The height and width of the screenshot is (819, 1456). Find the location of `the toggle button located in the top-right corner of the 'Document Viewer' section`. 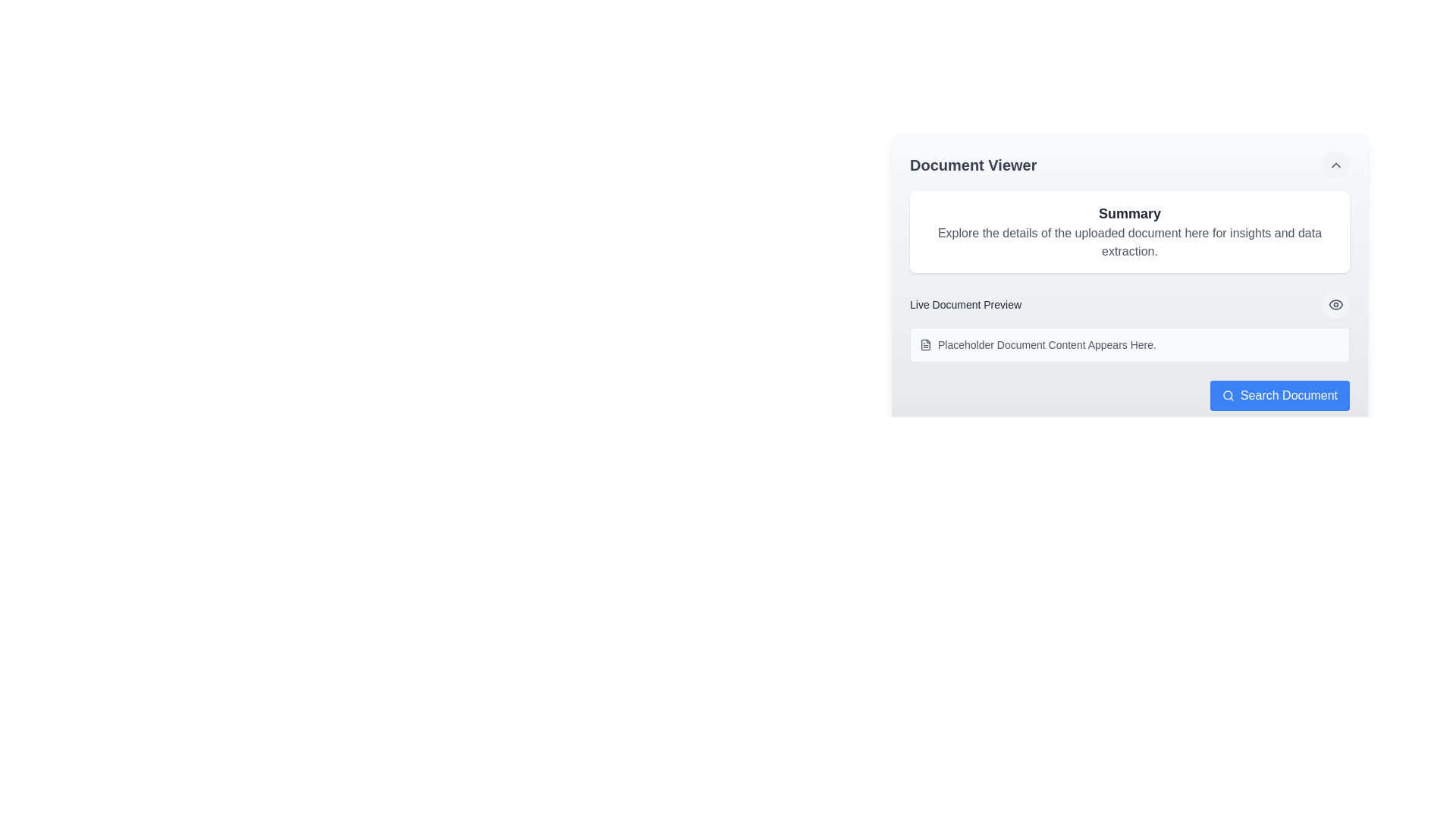

the toggle button located in the top-right corner of the 'Document Viewer' section is located at coordinates (1335, 165).